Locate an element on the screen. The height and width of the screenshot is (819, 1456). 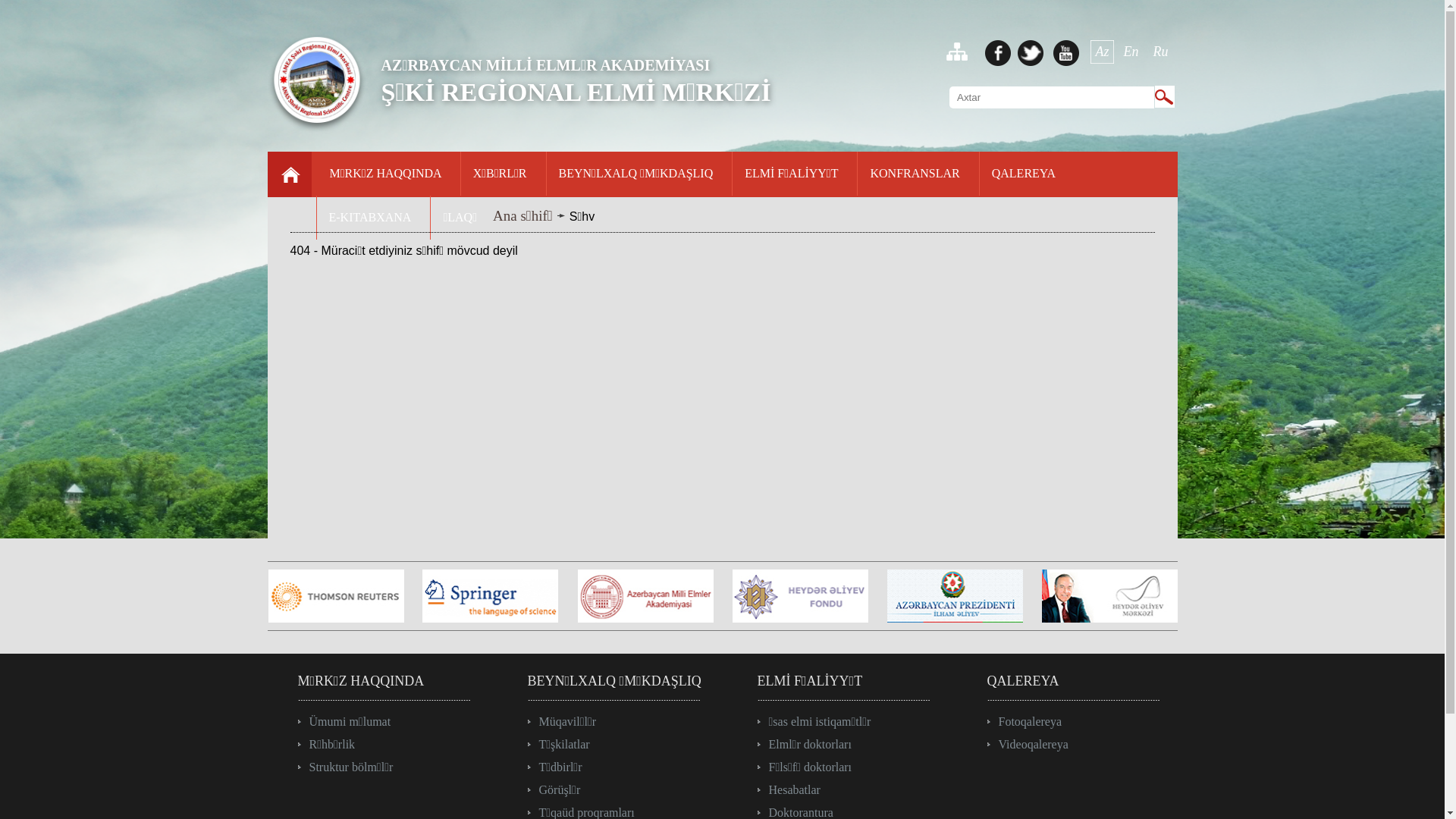
'Az' is located at coordinates (1103, 51).